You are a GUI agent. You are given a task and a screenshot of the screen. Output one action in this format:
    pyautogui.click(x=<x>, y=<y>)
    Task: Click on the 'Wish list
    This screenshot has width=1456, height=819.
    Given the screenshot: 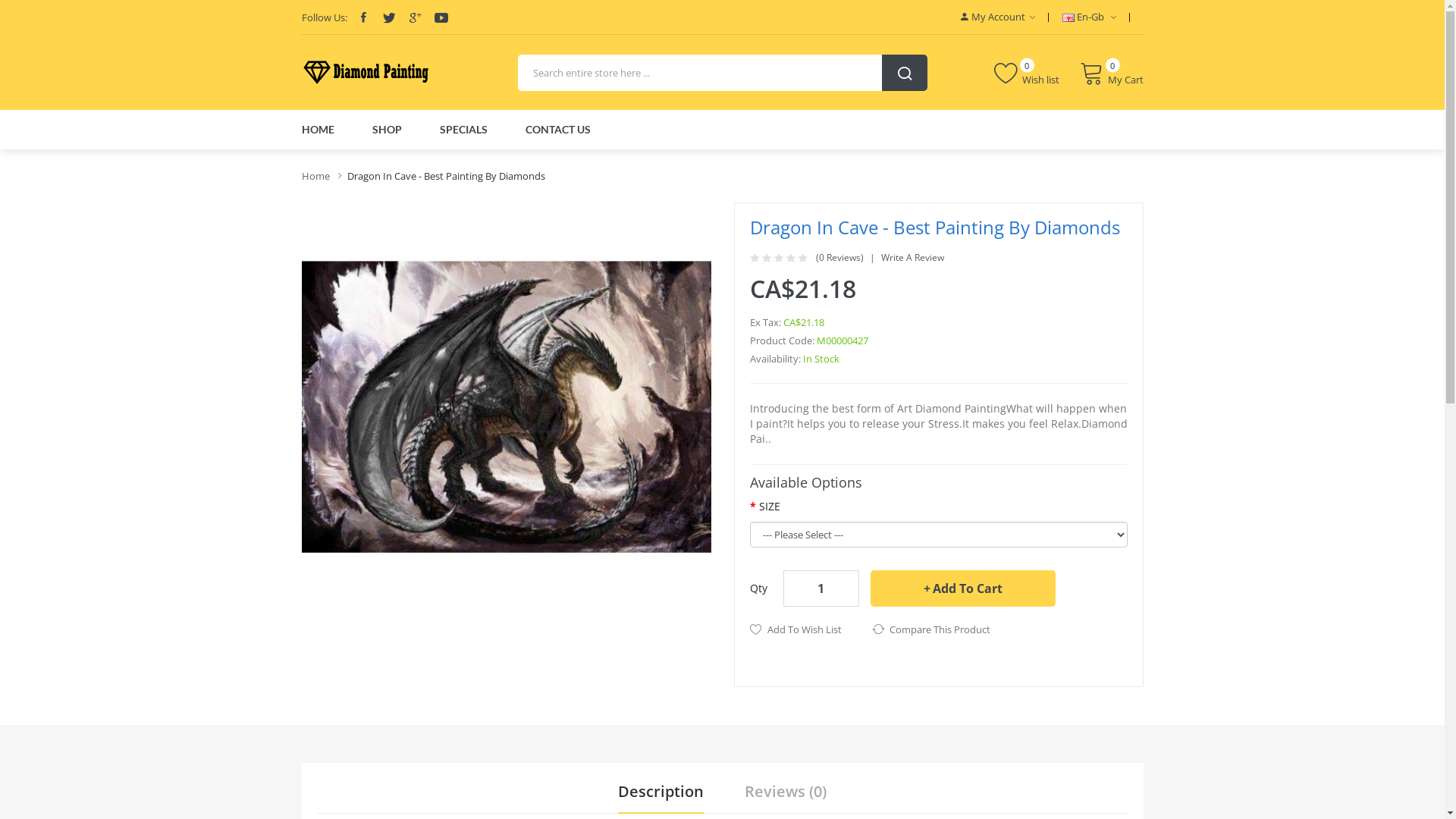 What is the action you would take?
    pyautogui.click(x=1026, y=73)
    